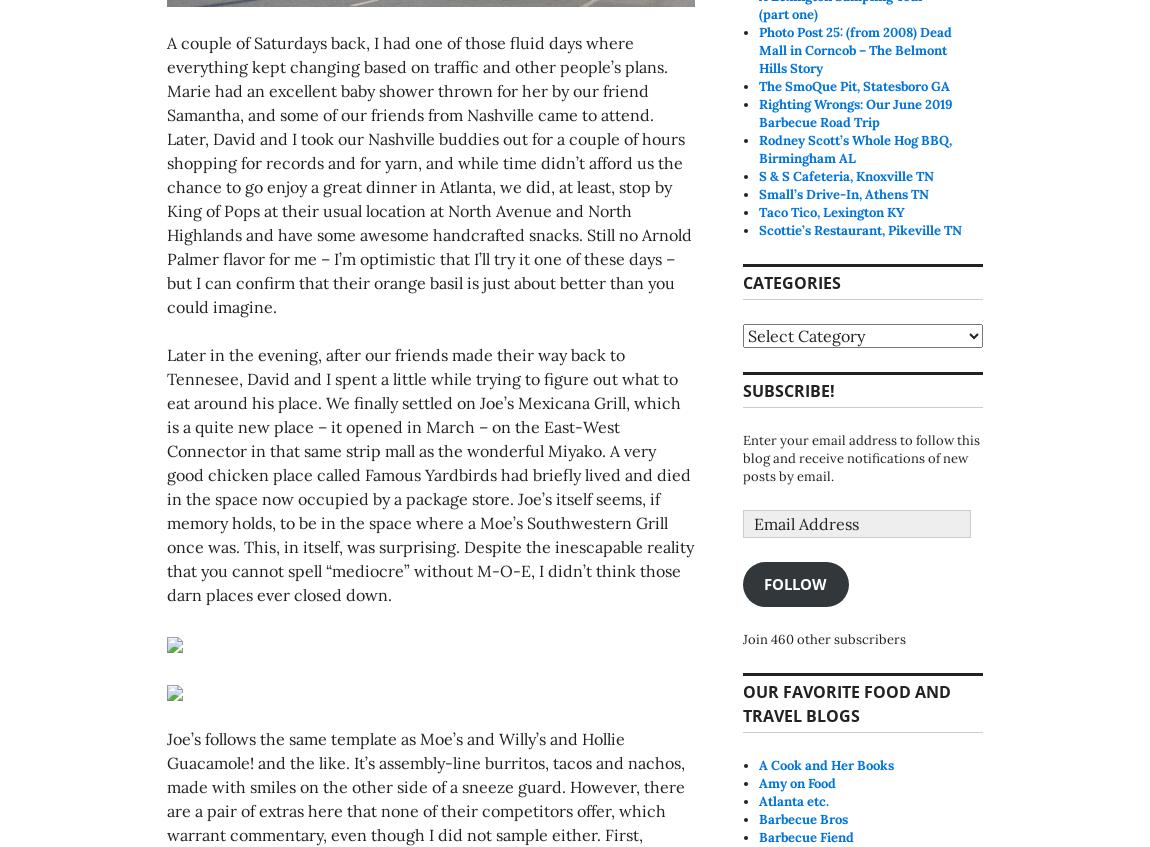  Describe the element at coordinates (758, 147) in the screenshot. I see `'Rodney Scott’s Whole Hog BBQ, Birmingham AL'` at that location.